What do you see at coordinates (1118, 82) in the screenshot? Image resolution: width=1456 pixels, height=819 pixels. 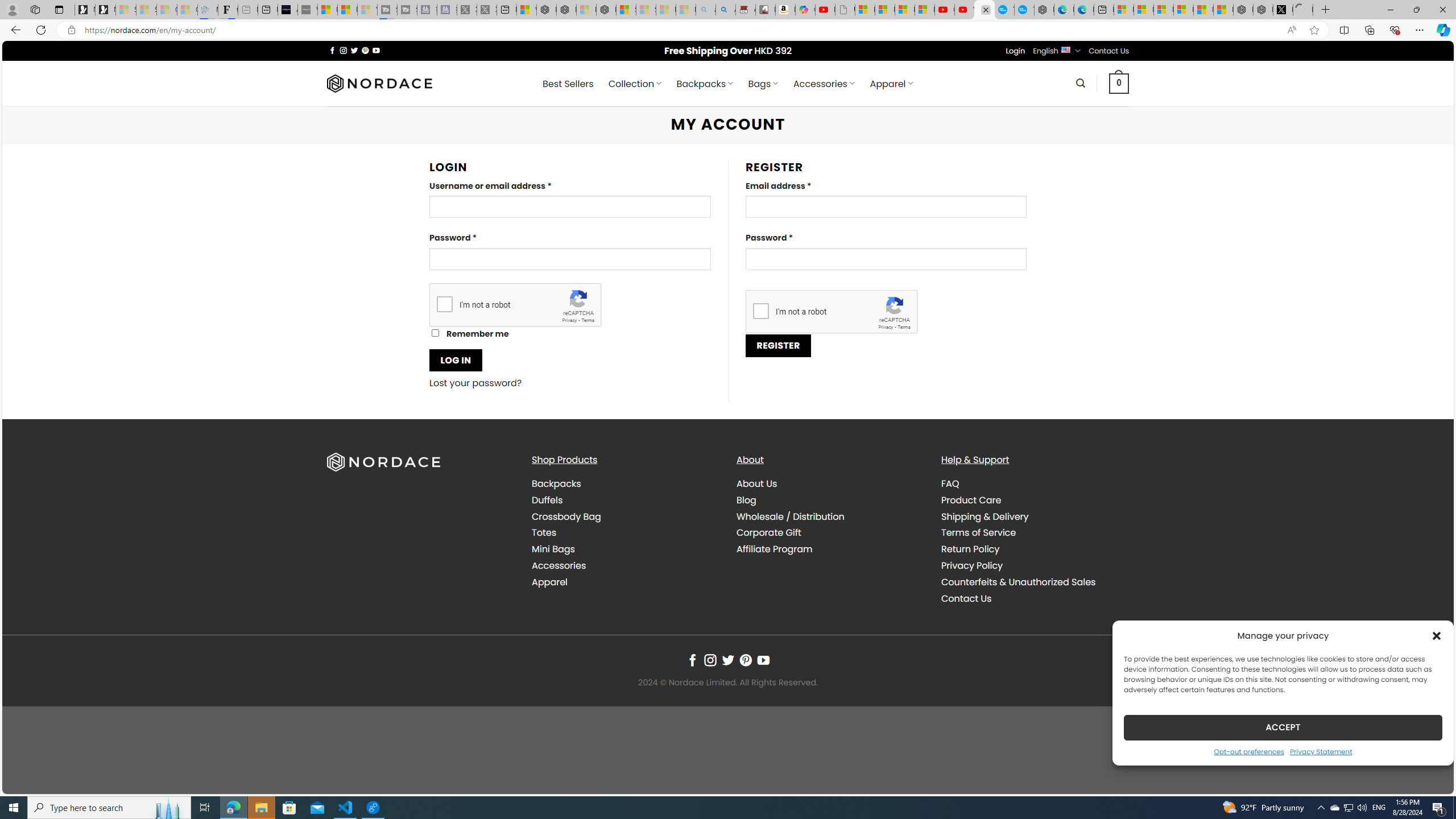 I see `'  0  '` at bounding box center [1118, 82].